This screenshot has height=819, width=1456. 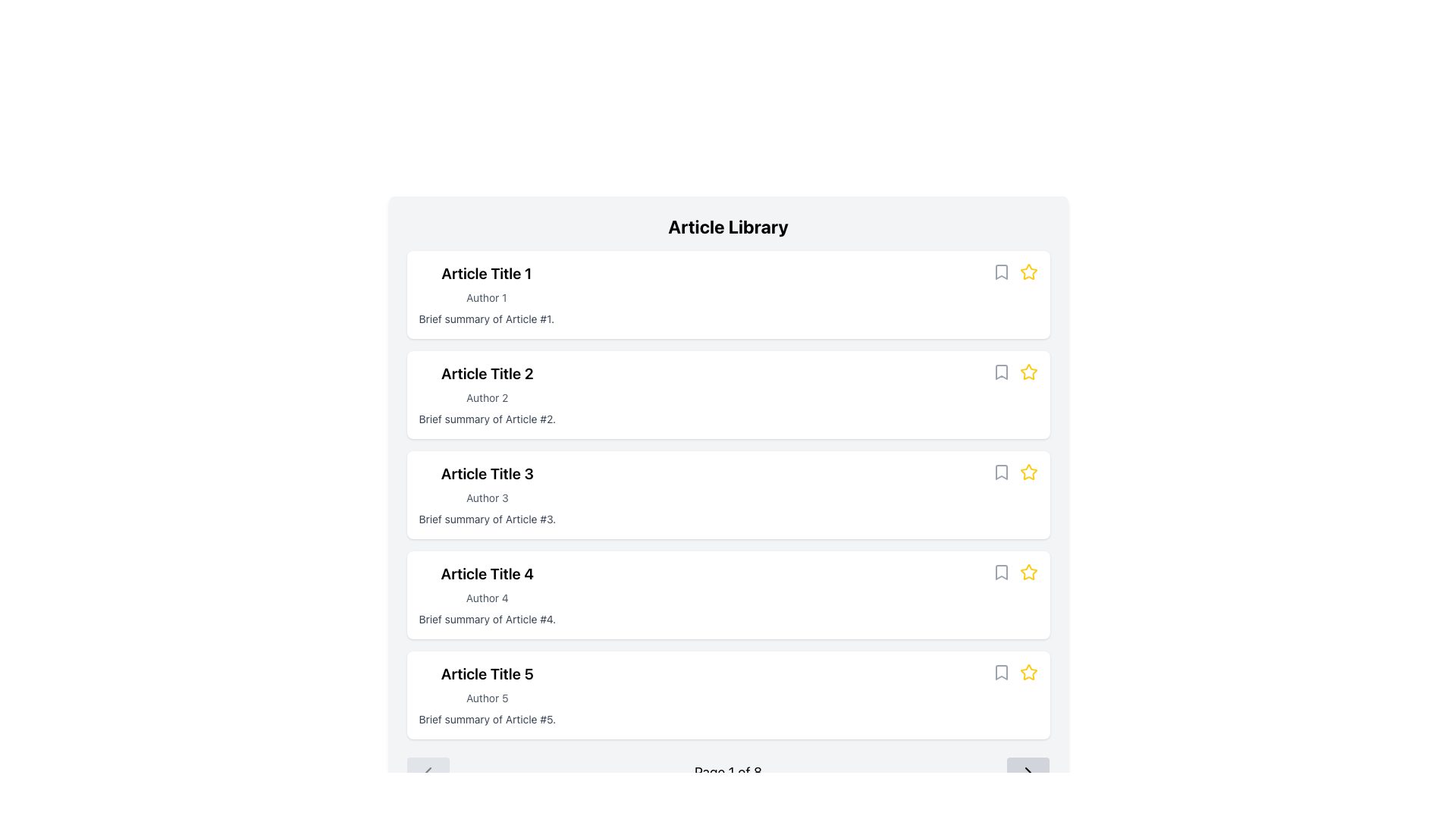 What do you see at coordinates (486, 318) in the screenshot?
I see `text snippet 'Brief summary of Article #1.' located as the third line in the article card layout, below 'Article Title 1' and 'Author 1'` at bounding box center [486, 318].